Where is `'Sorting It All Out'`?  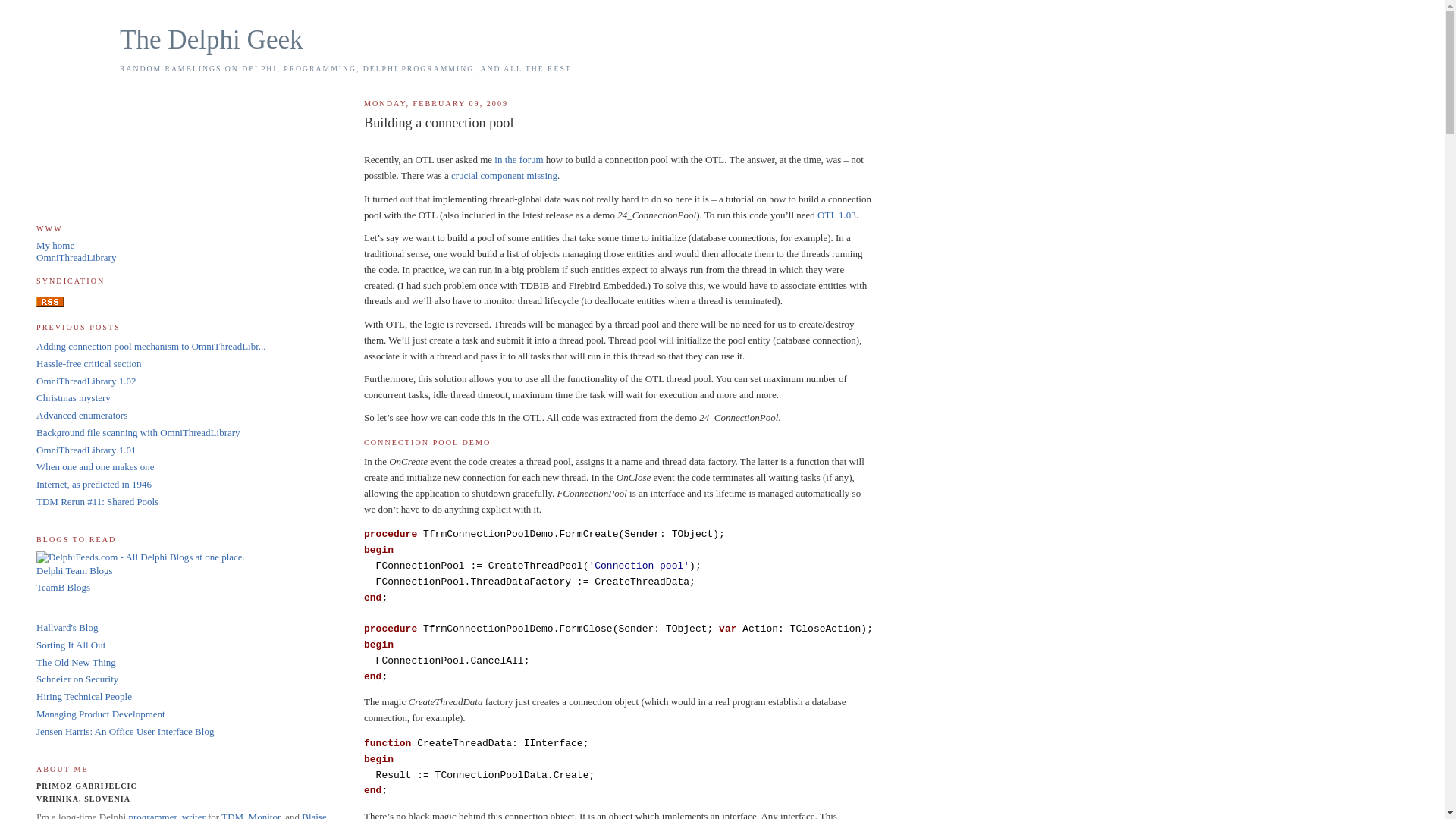 'Sorting It All Out' is located at coordinates (36, 645).